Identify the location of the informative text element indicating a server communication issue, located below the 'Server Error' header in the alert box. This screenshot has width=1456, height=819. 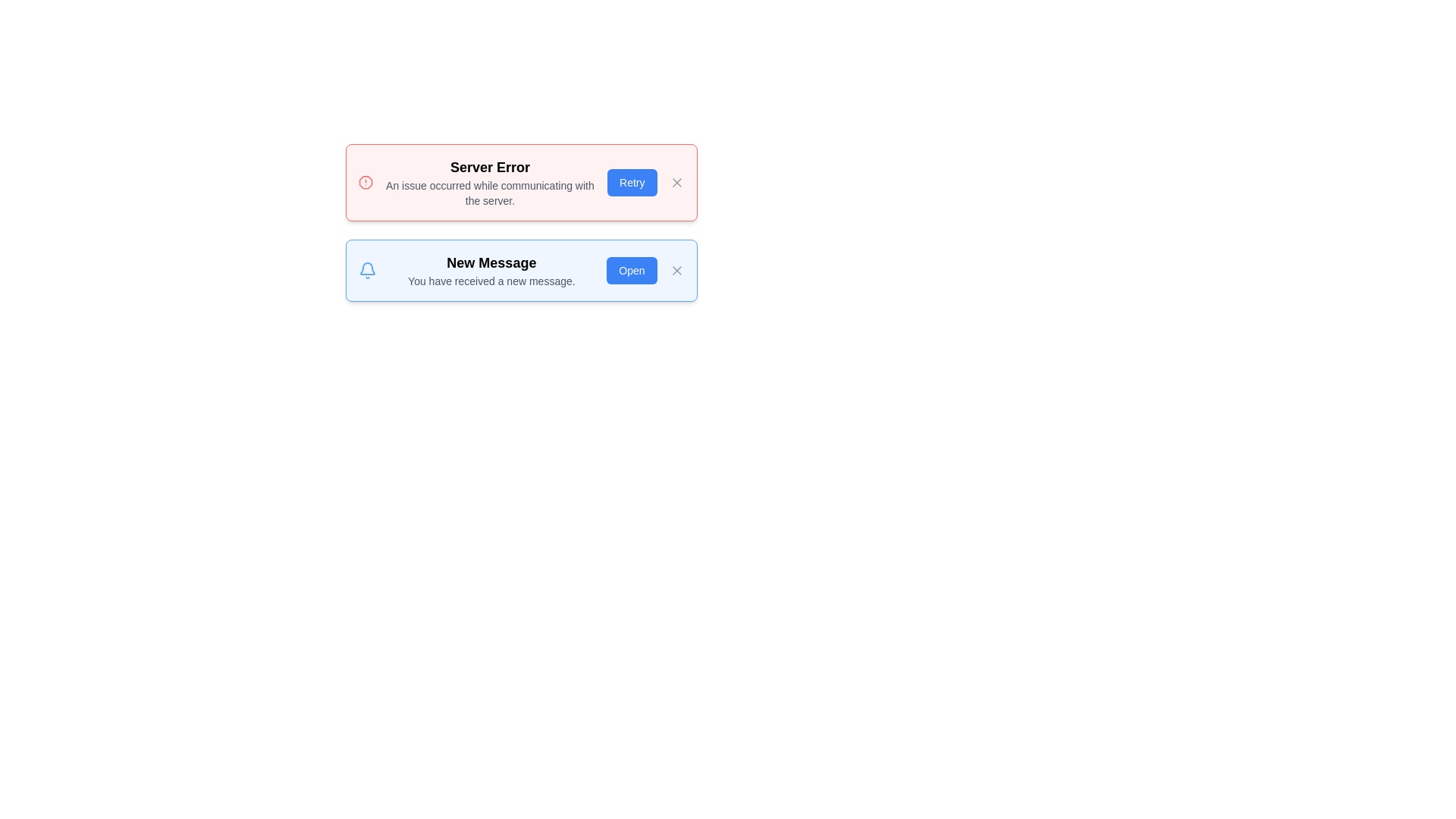
(490, 192).